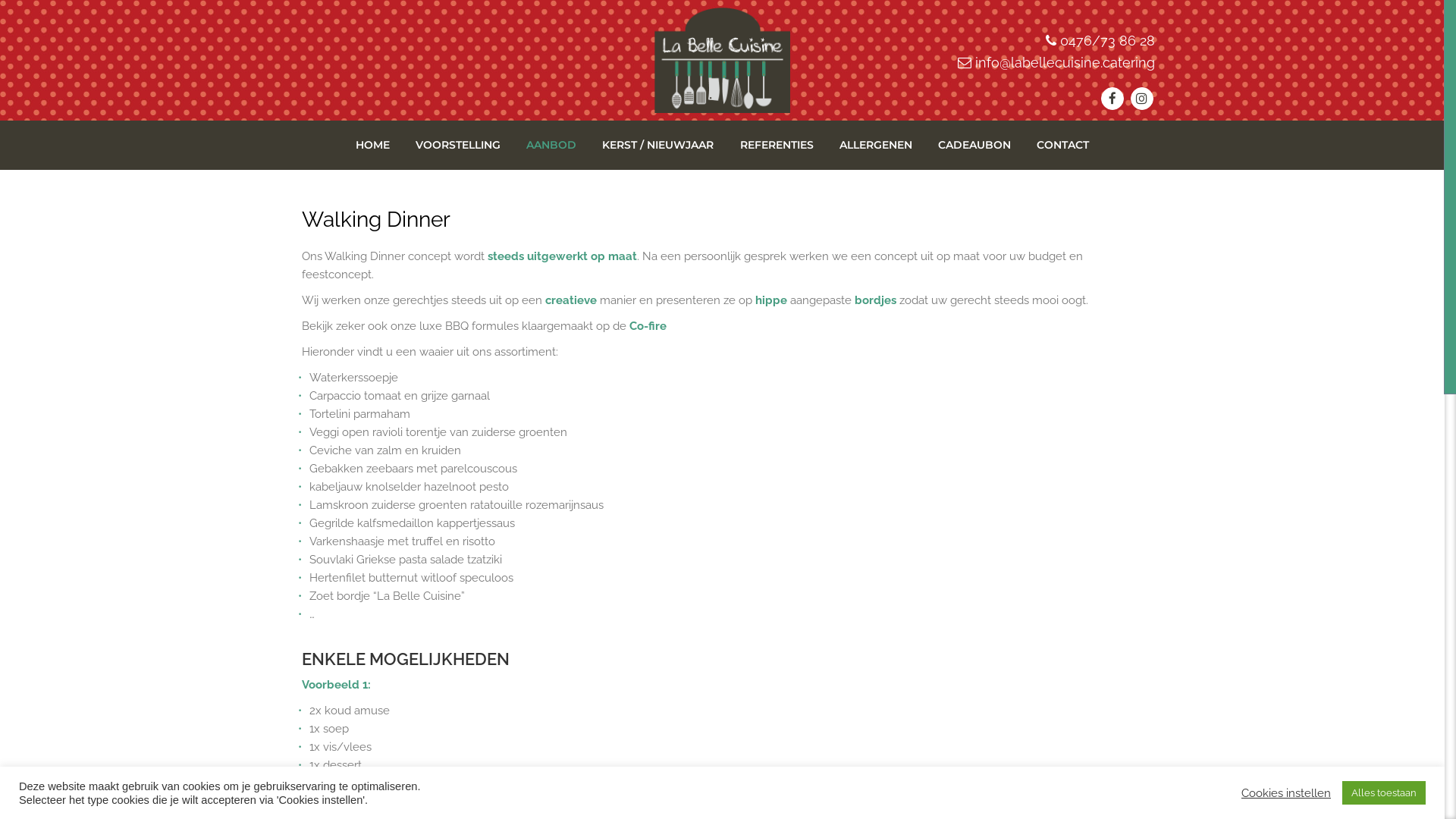 This screenshot has width=1456, height=819. What do you see at coordinates (550, 145) in the screenshot?
I see `'AANBOD'` at bounding box center [550, 145].